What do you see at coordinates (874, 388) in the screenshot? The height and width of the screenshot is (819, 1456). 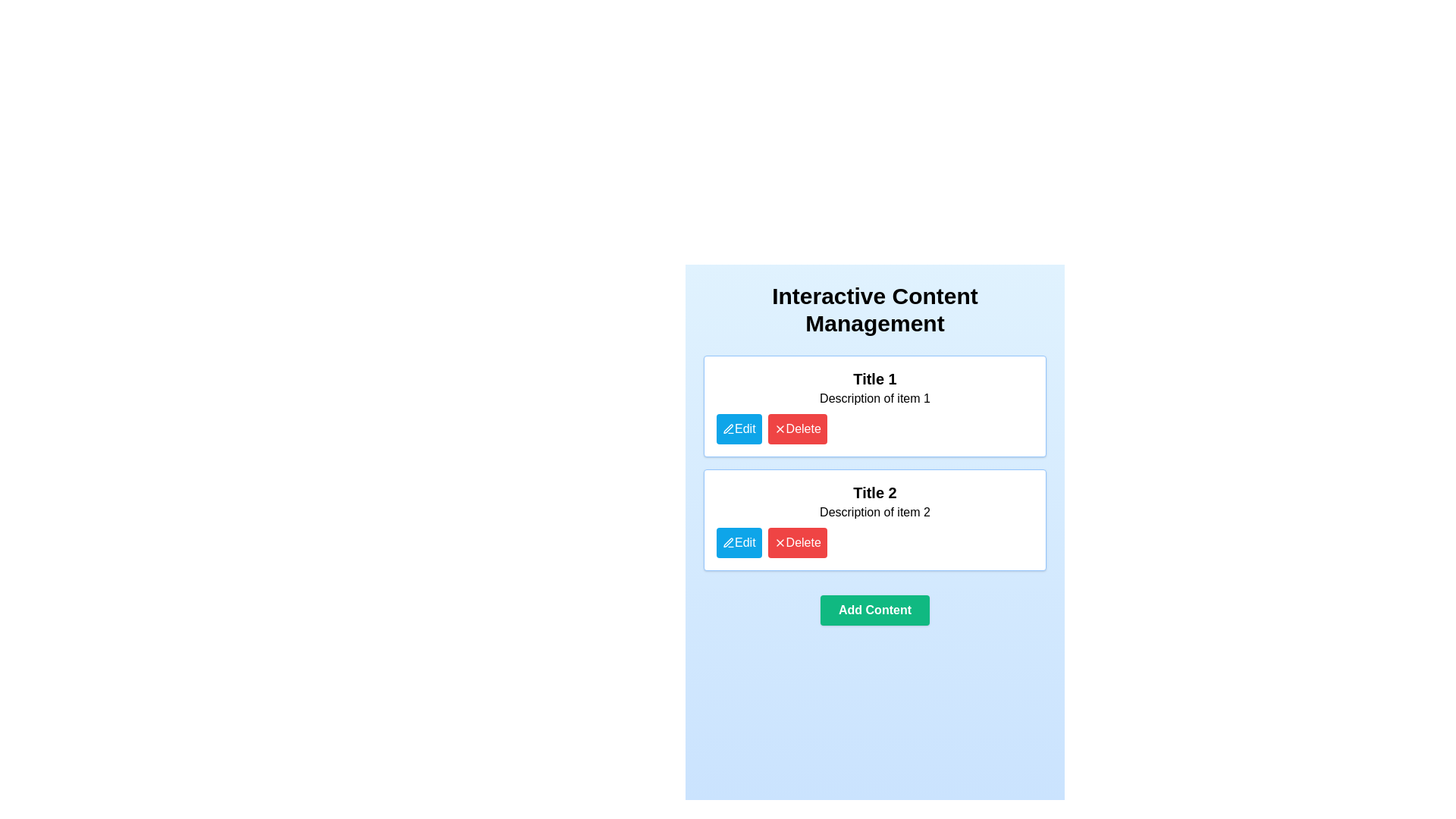 I see `the text content display element located in the first card of a stacked list, which shows the title and description of an item` at bounding box center [874, 388].